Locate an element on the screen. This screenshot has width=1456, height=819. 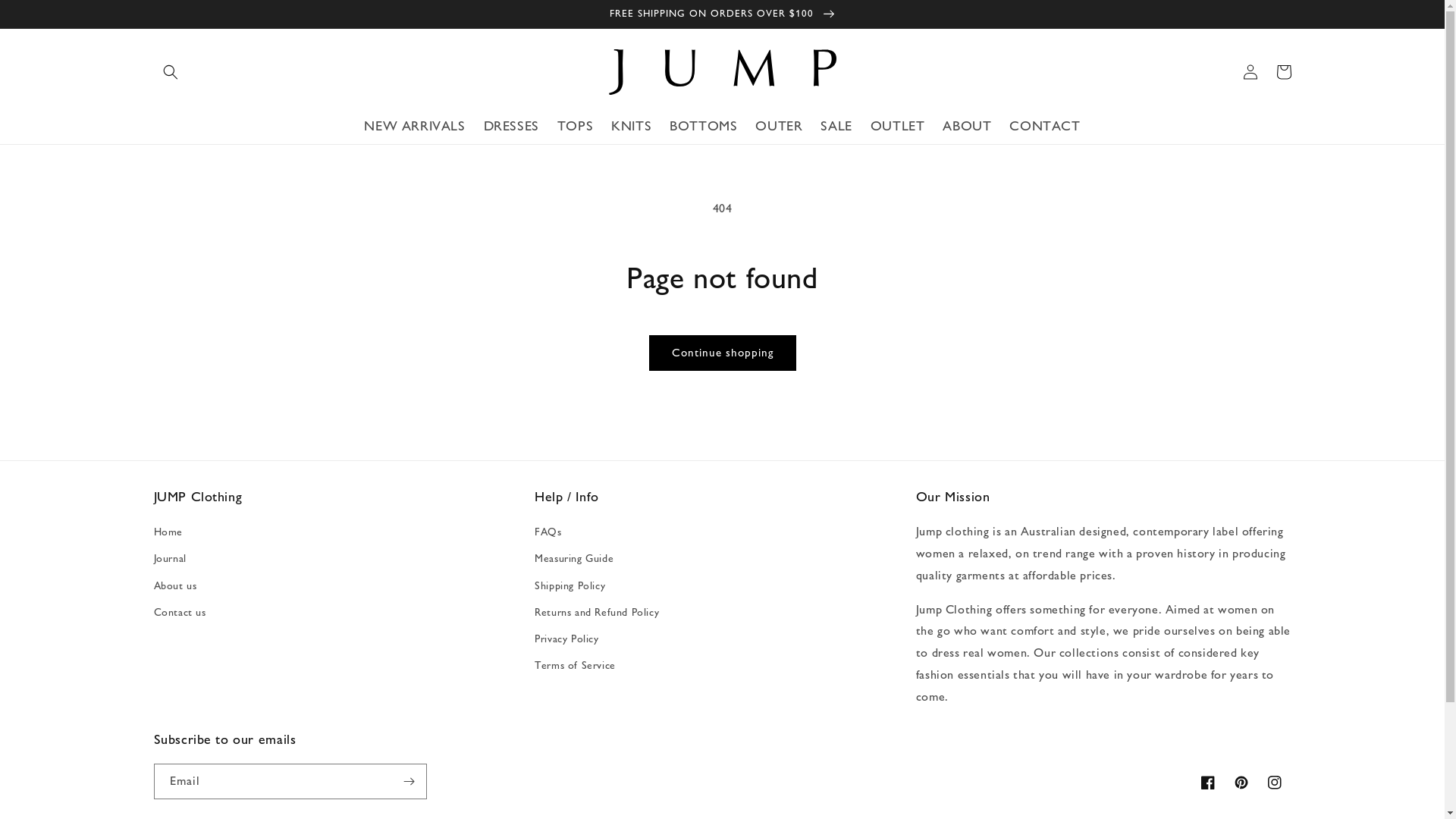
'OUTLET' is located at coordinates (898, 125).